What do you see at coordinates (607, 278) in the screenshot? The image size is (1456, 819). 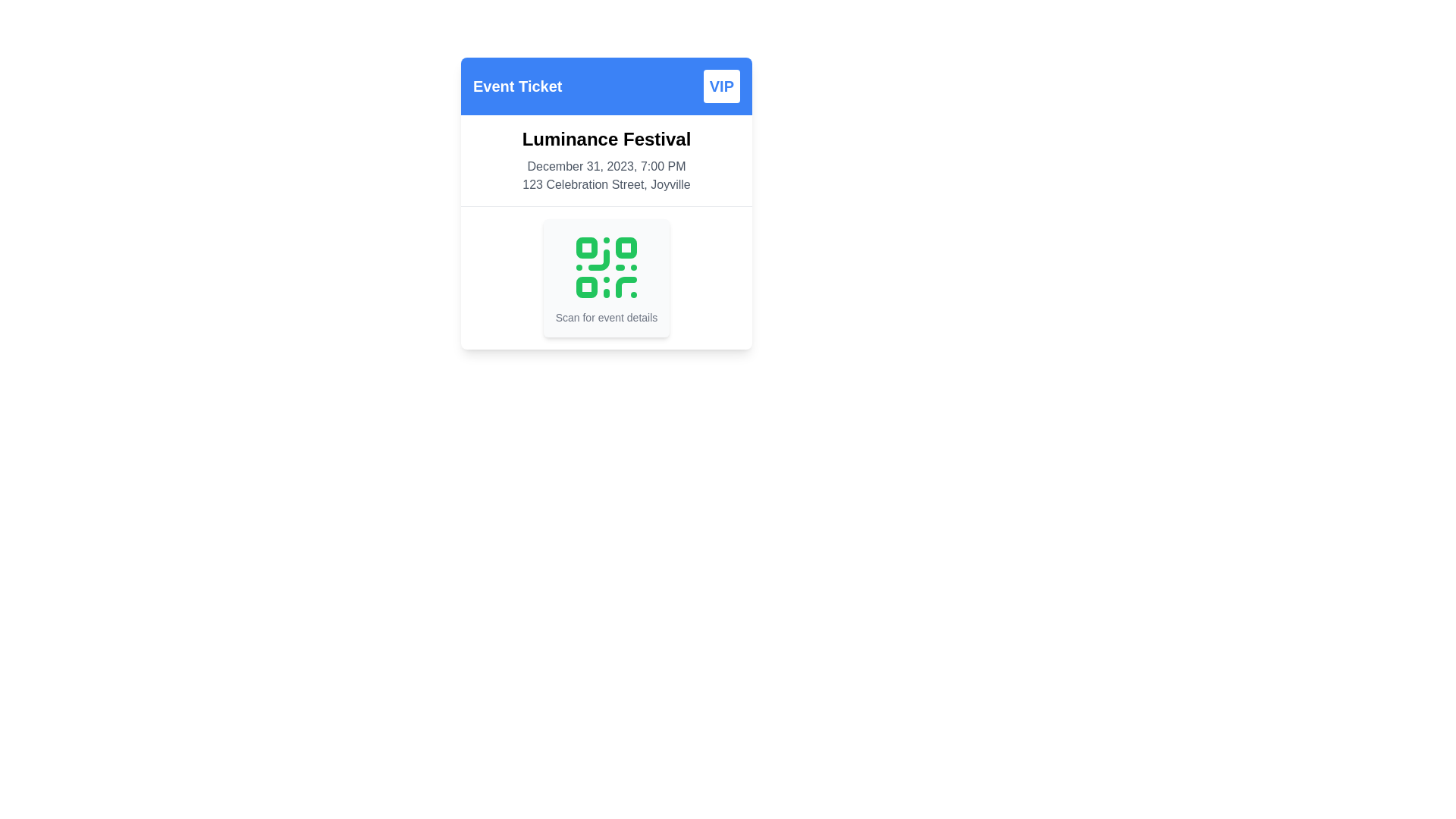 I see `the QR code element with the label 'Scan for event details'` at bounding box center [607, 278].